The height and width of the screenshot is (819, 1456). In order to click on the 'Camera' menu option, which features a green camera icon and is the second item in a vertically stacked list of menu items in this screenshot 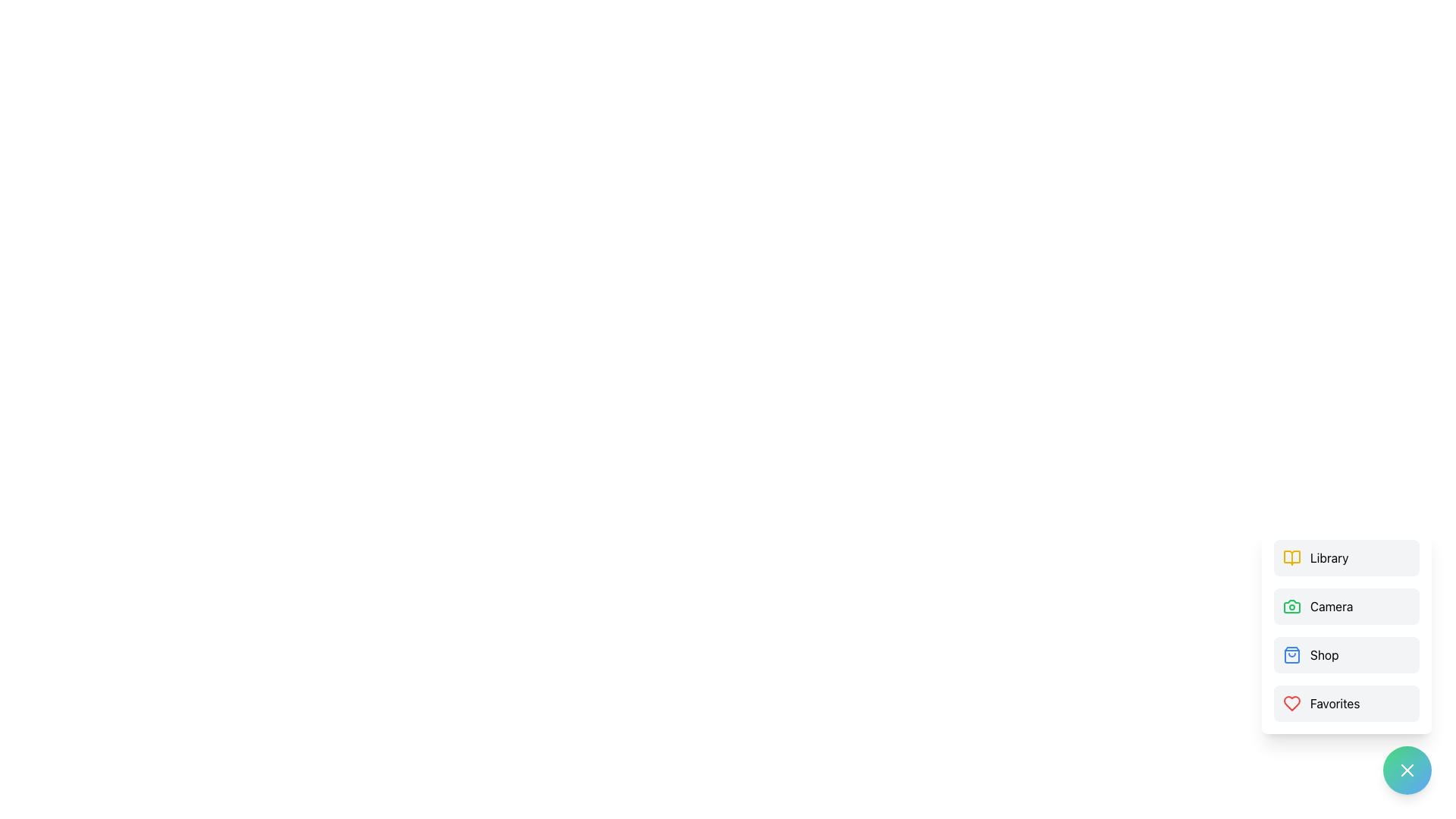, I will do `click(1347, 605)`.